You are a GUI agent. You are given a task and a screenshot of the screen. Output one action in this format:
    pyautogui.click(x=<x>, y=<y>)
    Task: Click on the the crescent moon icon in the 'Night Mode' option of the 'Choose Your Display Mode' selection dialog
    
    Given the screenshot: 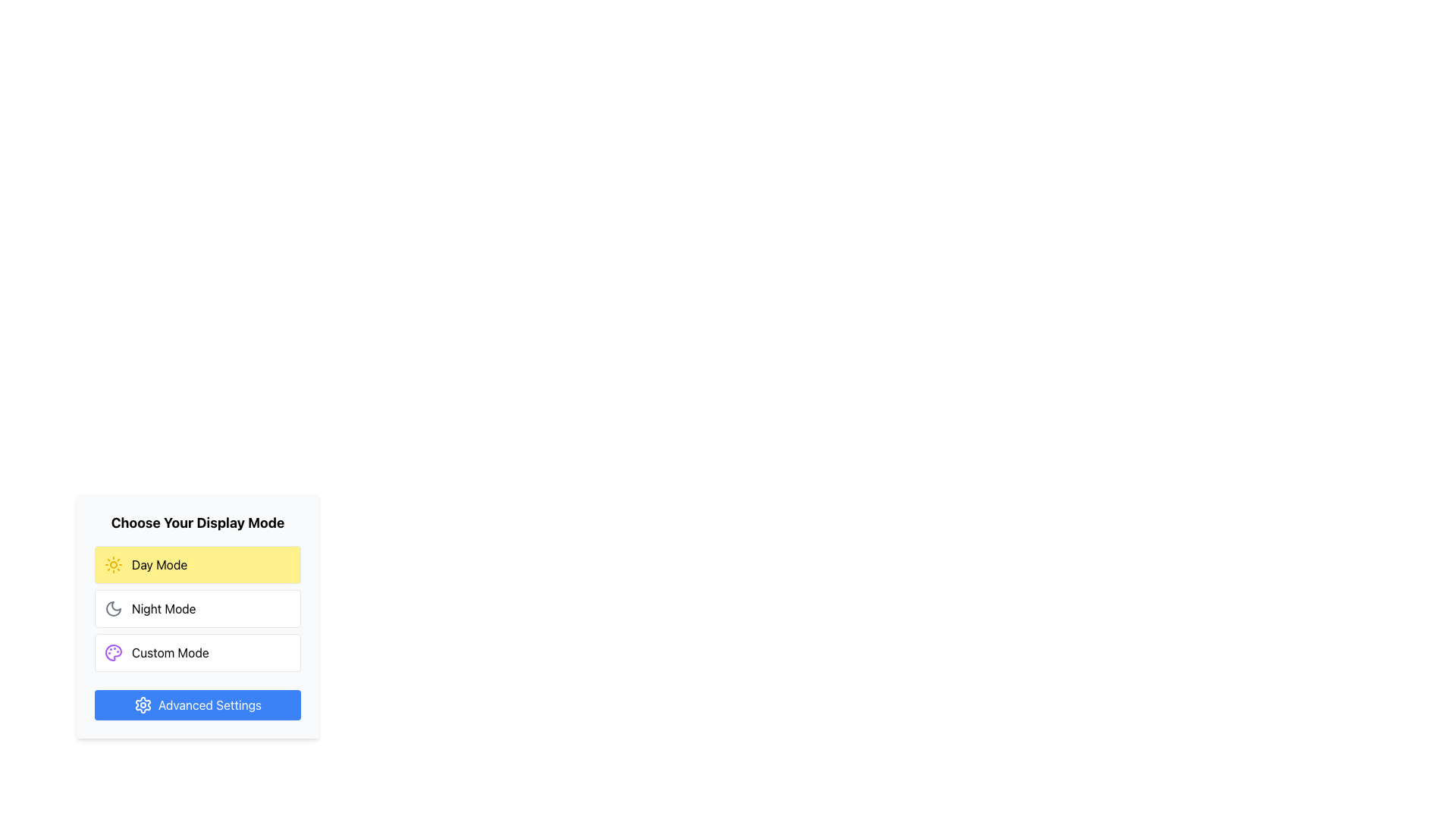 What is the action you would take?
    pyautogui.click(x=112, y=607)
    